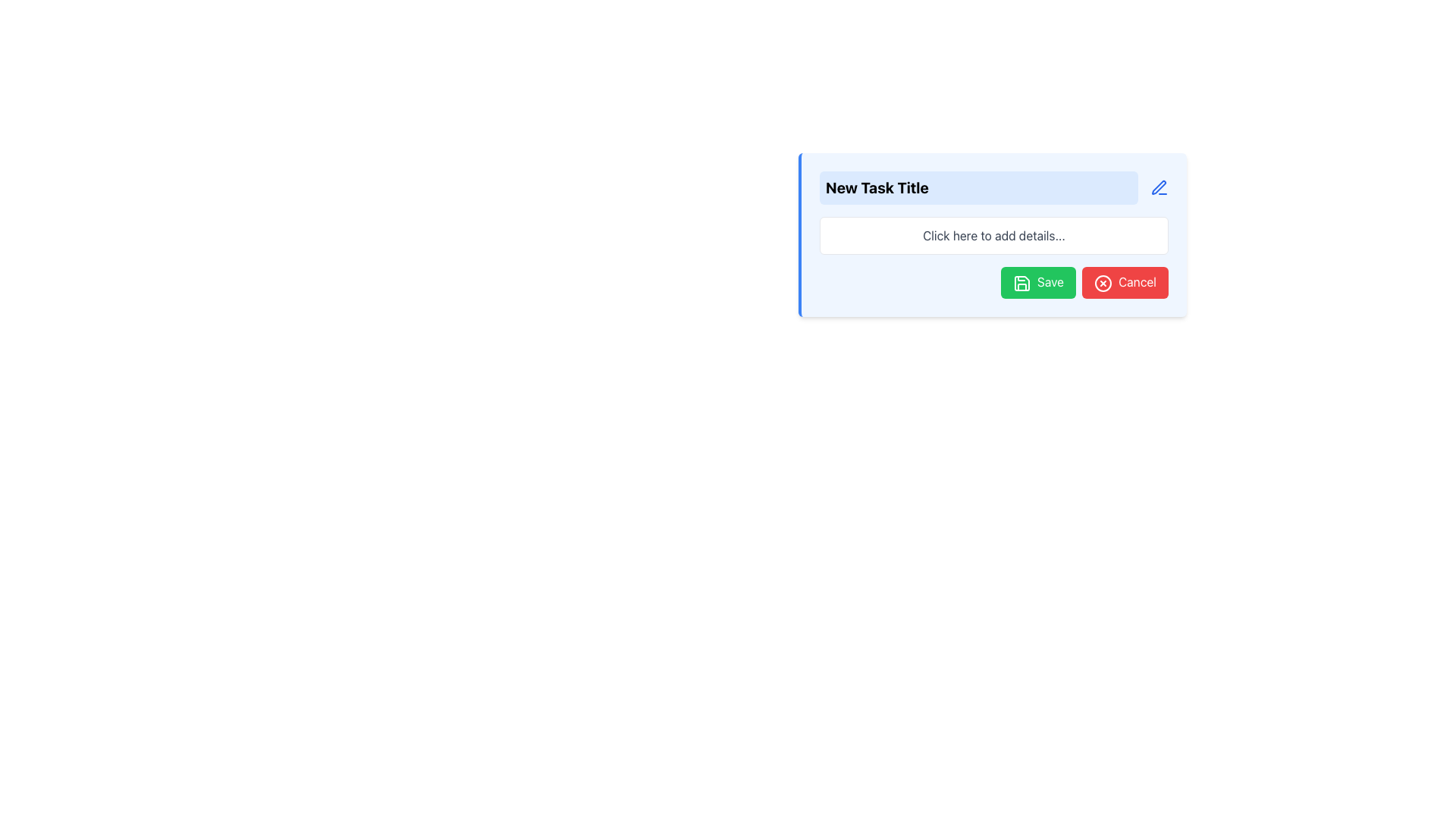 This screenshot has width=1456, height=819. Describe the element at coordinates (1021, 283) in the screenshot. I see `the save icon located to the immediate left of the green 'Save' button at the bottom center of the interface` at that location.